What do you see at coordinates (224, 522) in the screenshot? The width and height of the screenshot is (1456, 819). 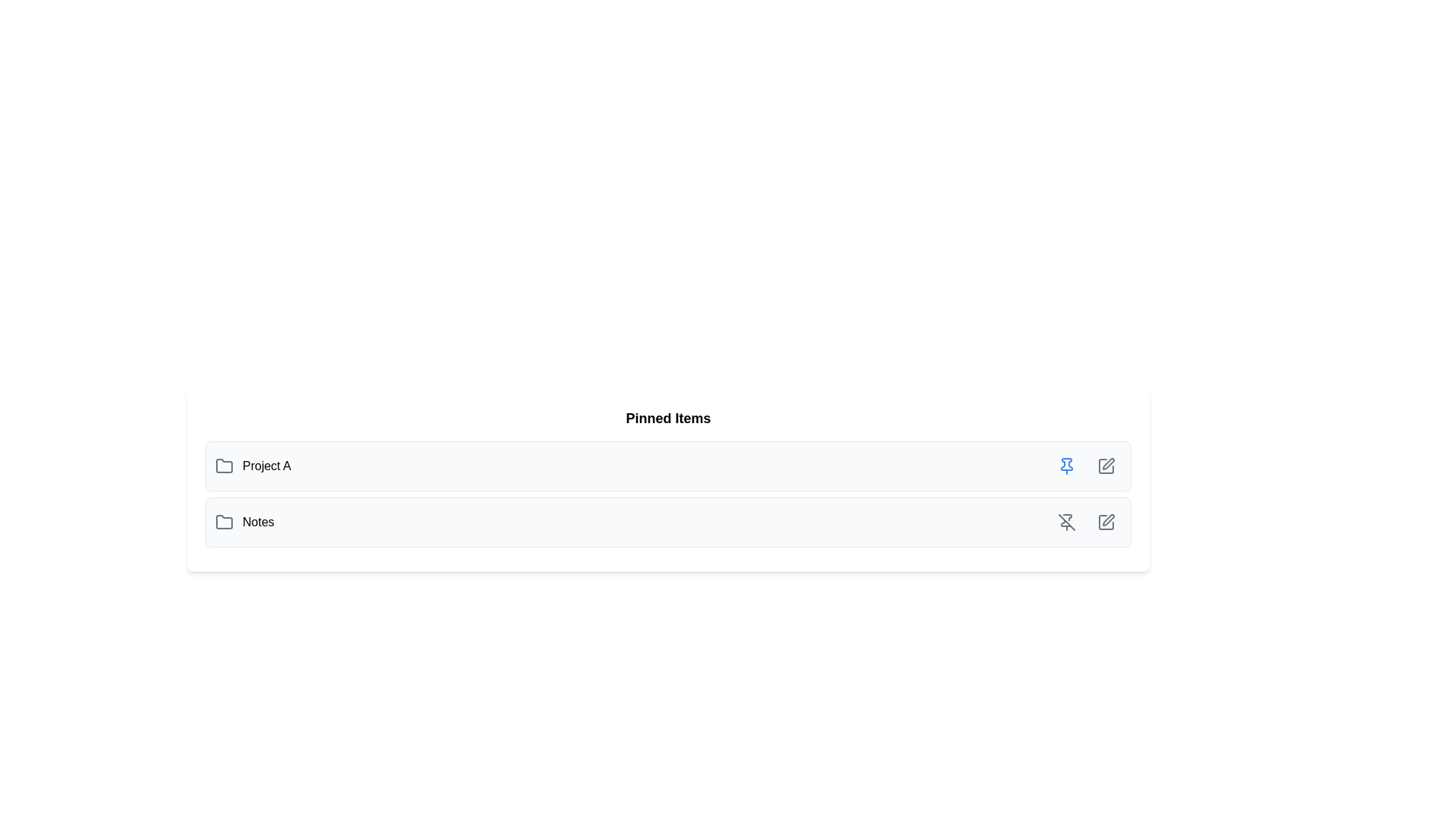 I see `the folder icon located to the left of the text 'Notes' in the second row of the vertically stacked list` at bounding box center [224, 522].